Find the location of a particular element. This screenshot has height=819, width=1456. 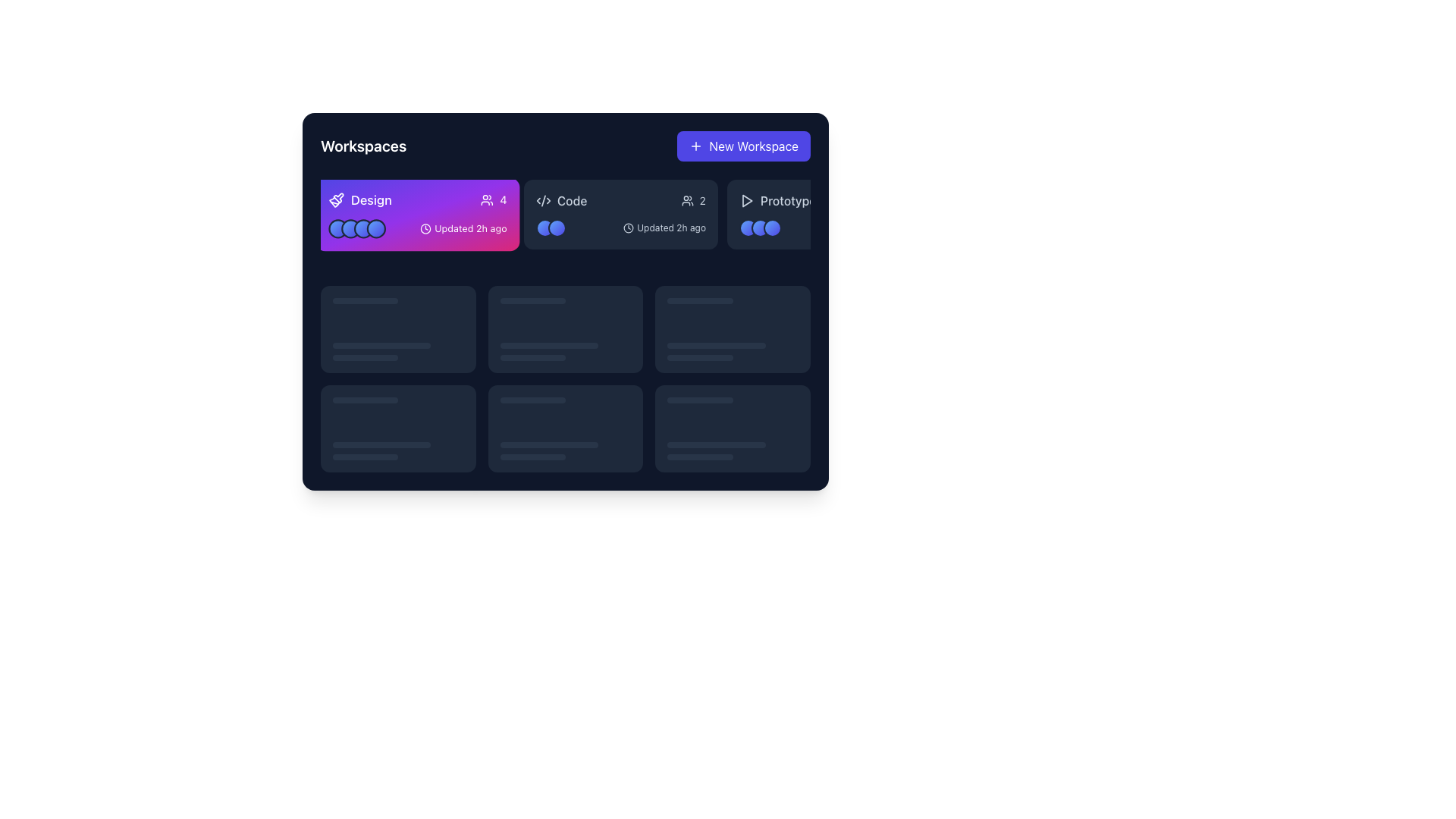

the 'New Workspace' button located at the top-right corner of the workspace interface is located at coordinates (753, 146).